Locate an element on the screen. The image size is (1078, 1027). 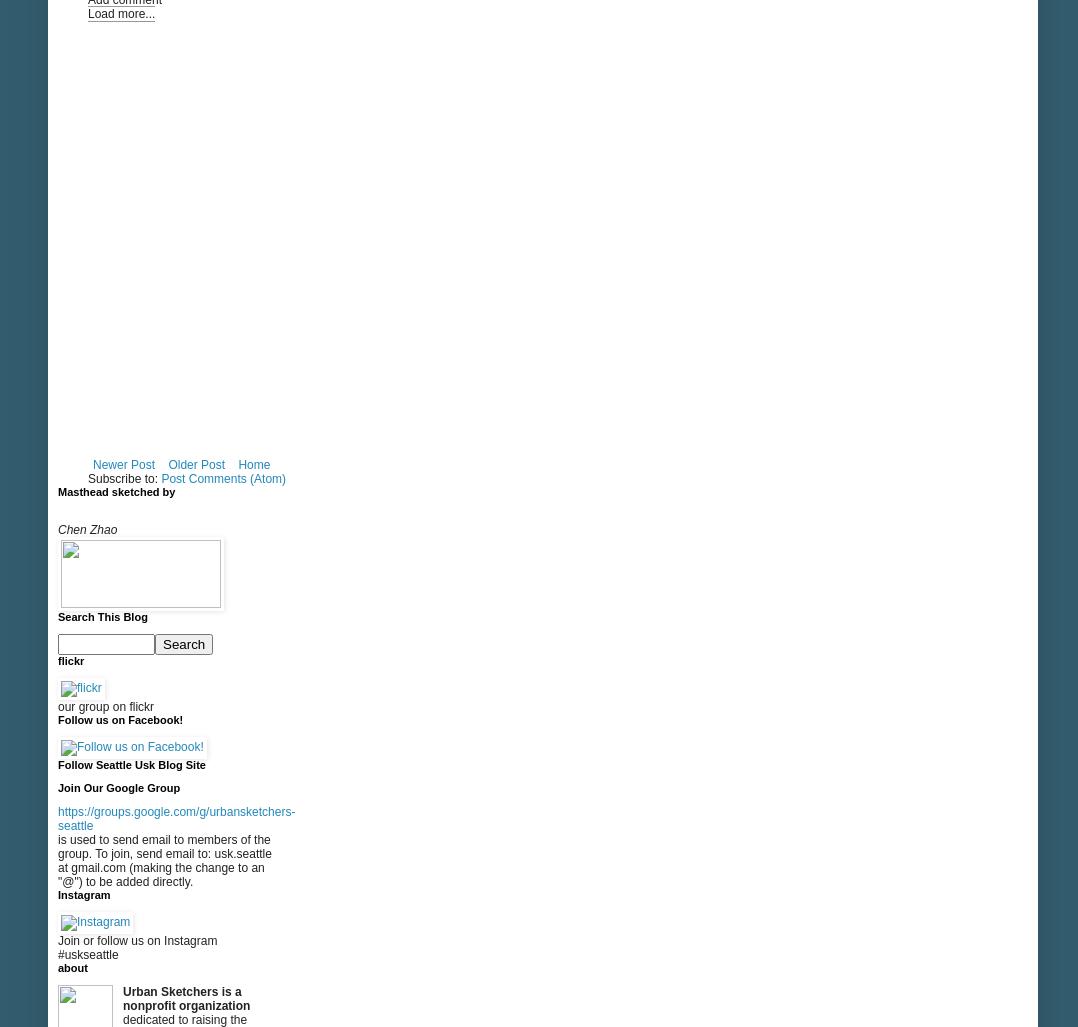
'about' is located at coordinates (72, 968).